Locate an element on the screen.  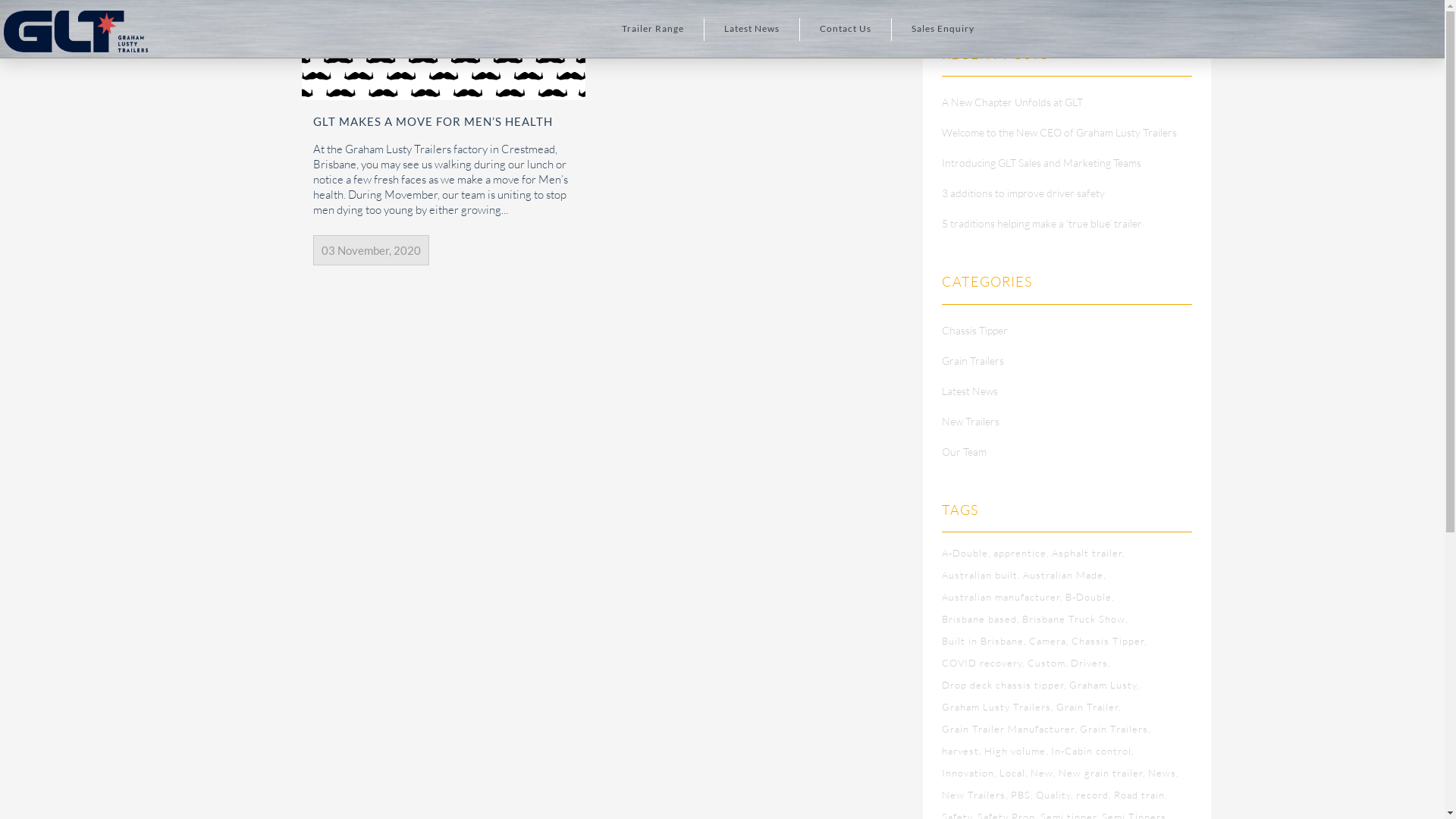
'Brisbane Truck Show' is located at coordinates (1074, 619).